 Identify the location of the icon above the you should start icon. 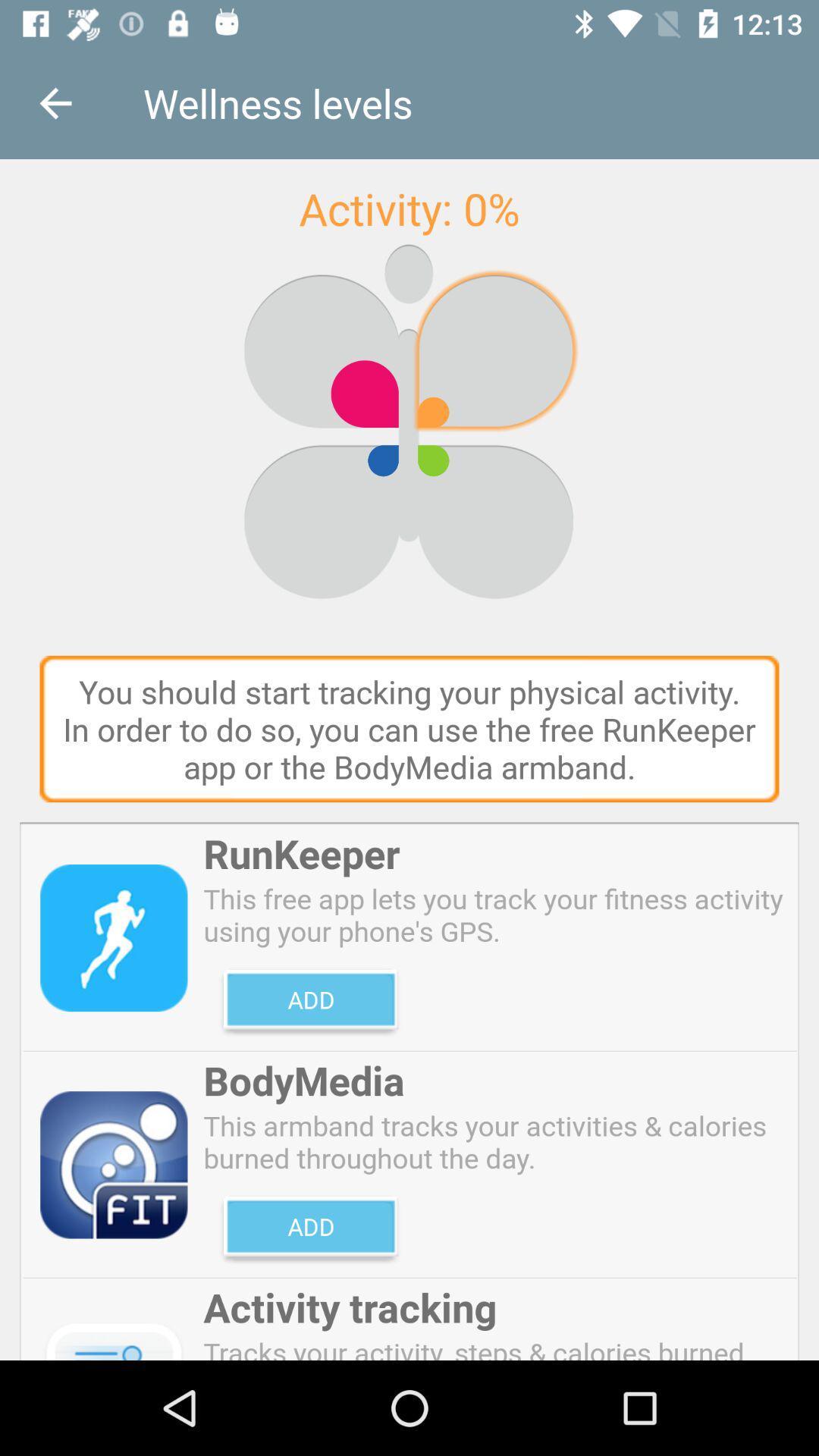
(55, 102).